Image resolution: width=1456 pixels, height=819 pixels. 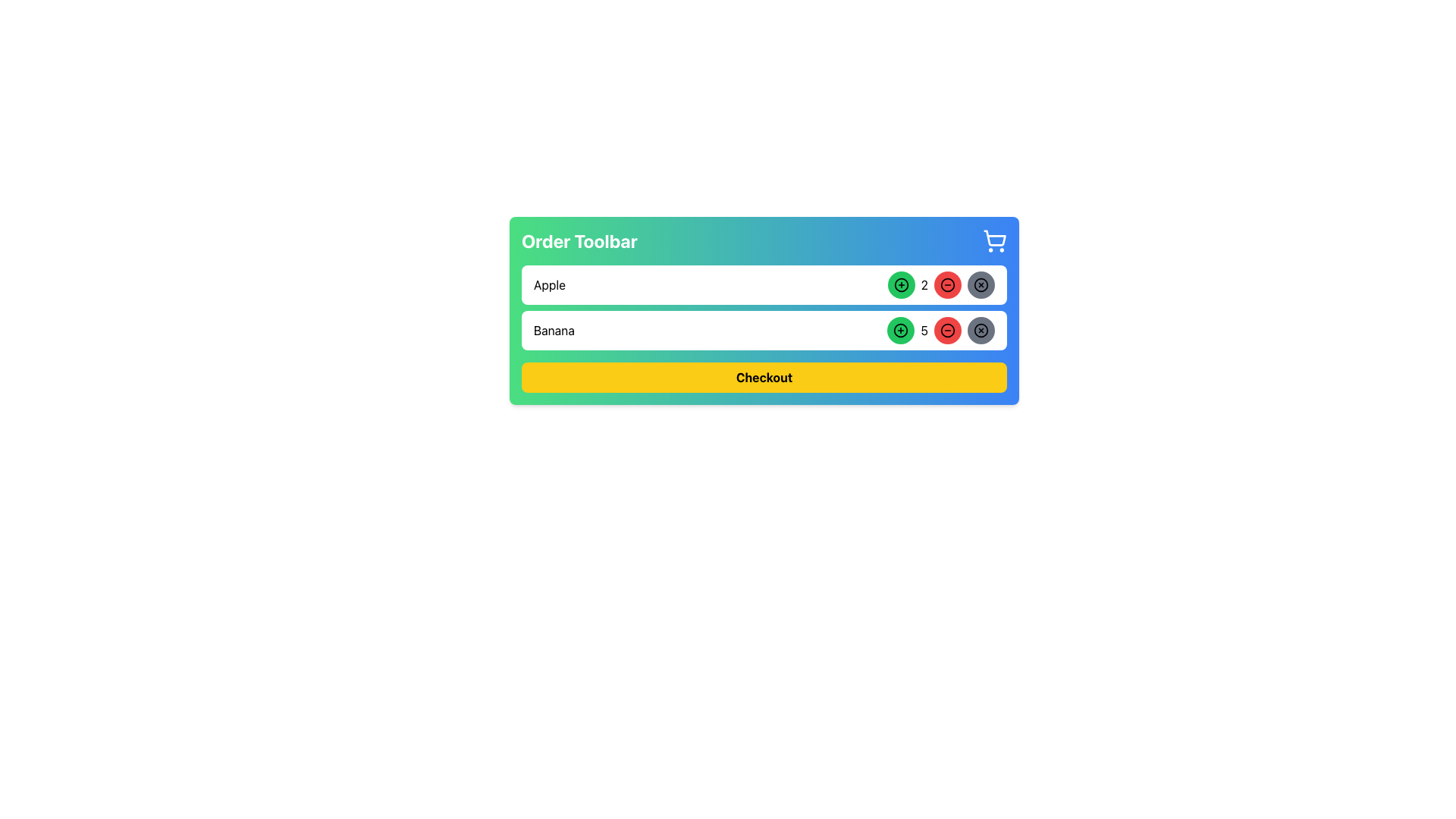 What do you see at coordinates (981, 284) in the screenshot?
I see `the deletion Icon Button located on the far right side of the row associated with the item labeled 'Apple'` at bounding box center [981, 284].